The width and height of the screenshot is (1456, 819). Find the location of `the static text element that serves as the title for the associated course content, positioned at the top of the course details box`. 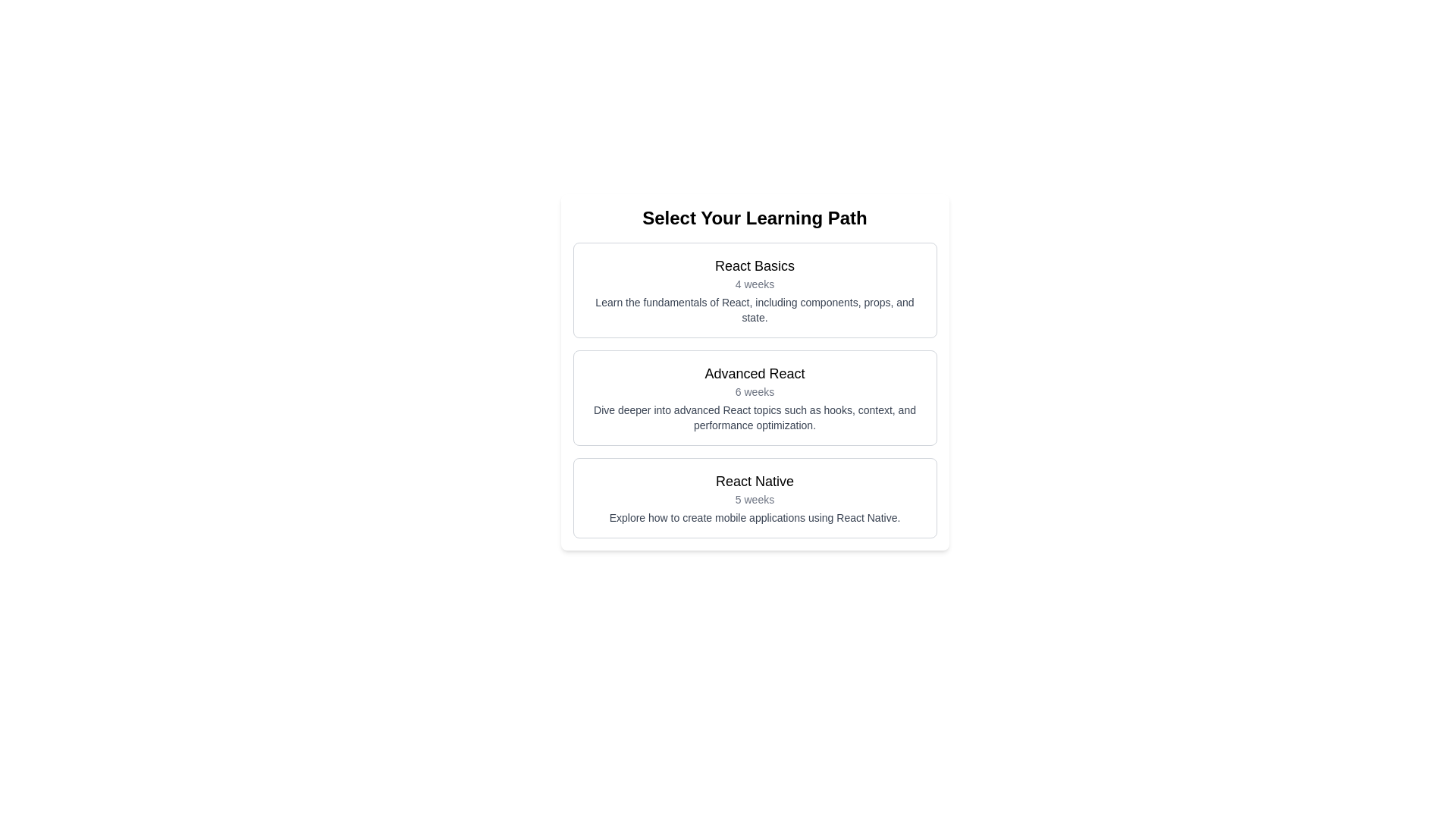

the static text element that serves as the title for the associated course content, positioned at the top of the course details box is located at coordinates (755, 265).